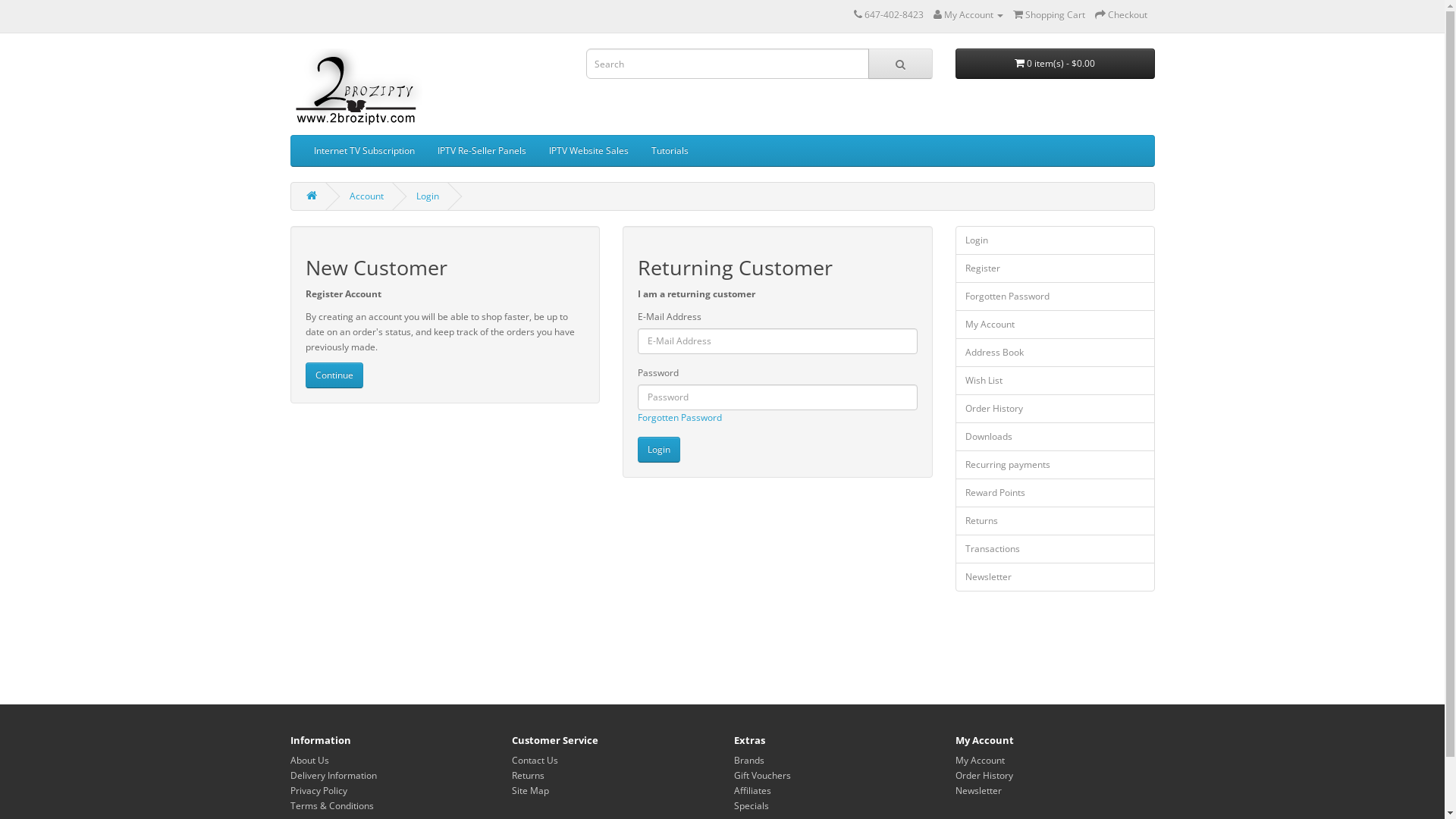 This screenshot has height=819, width=1456. What do you see at coordinates (355, 87) in the screenshot?
I see `'2broziptv'` at bounding box center [355, 87].